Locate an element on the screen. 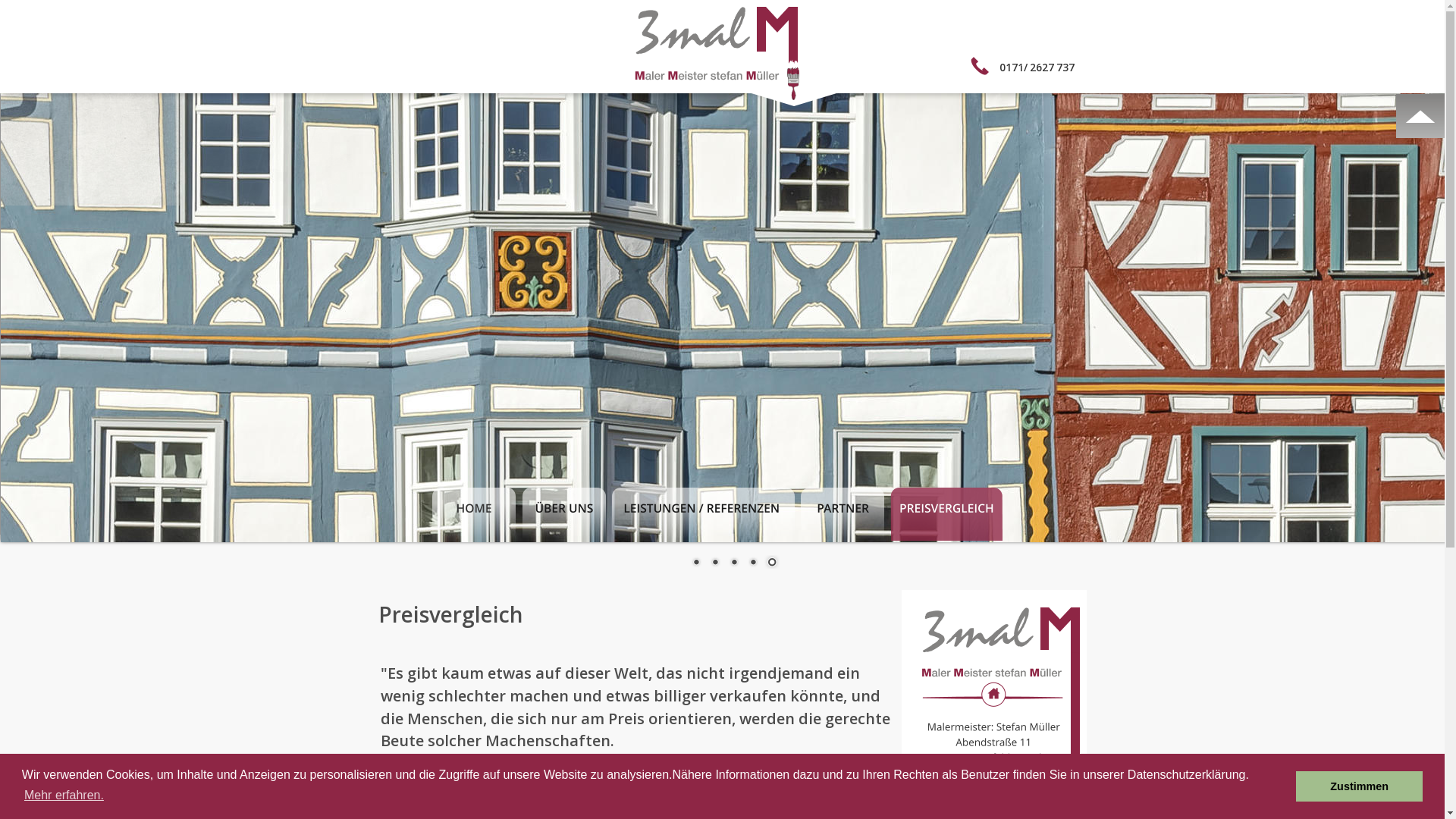 The image size is (1456, 819). '/' is located at coordinates (1025, 66).